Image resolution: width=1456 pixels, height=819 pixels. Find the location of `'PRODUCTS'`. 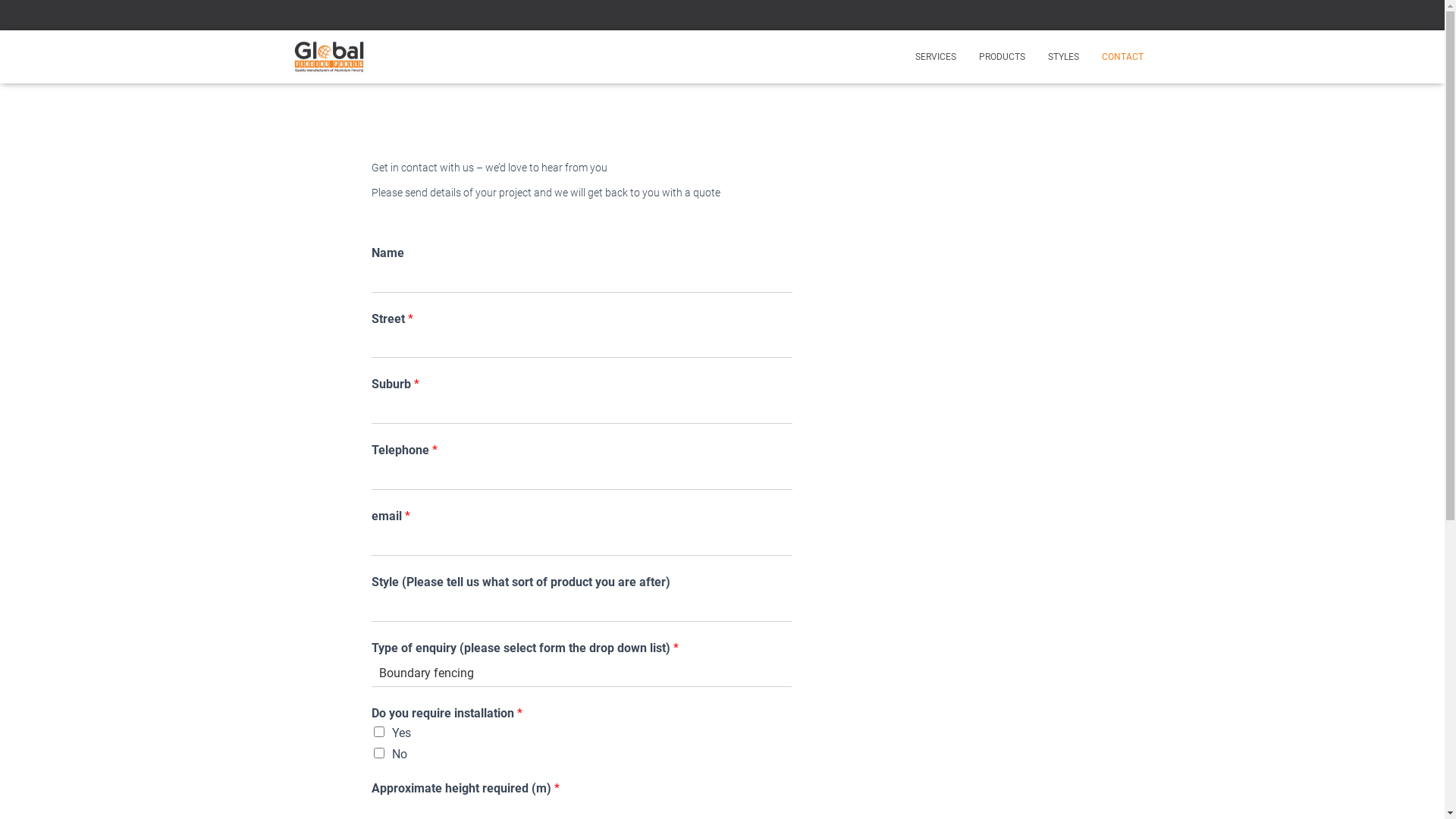

'PRODUCTS' is located at coordinates (1002, 55).